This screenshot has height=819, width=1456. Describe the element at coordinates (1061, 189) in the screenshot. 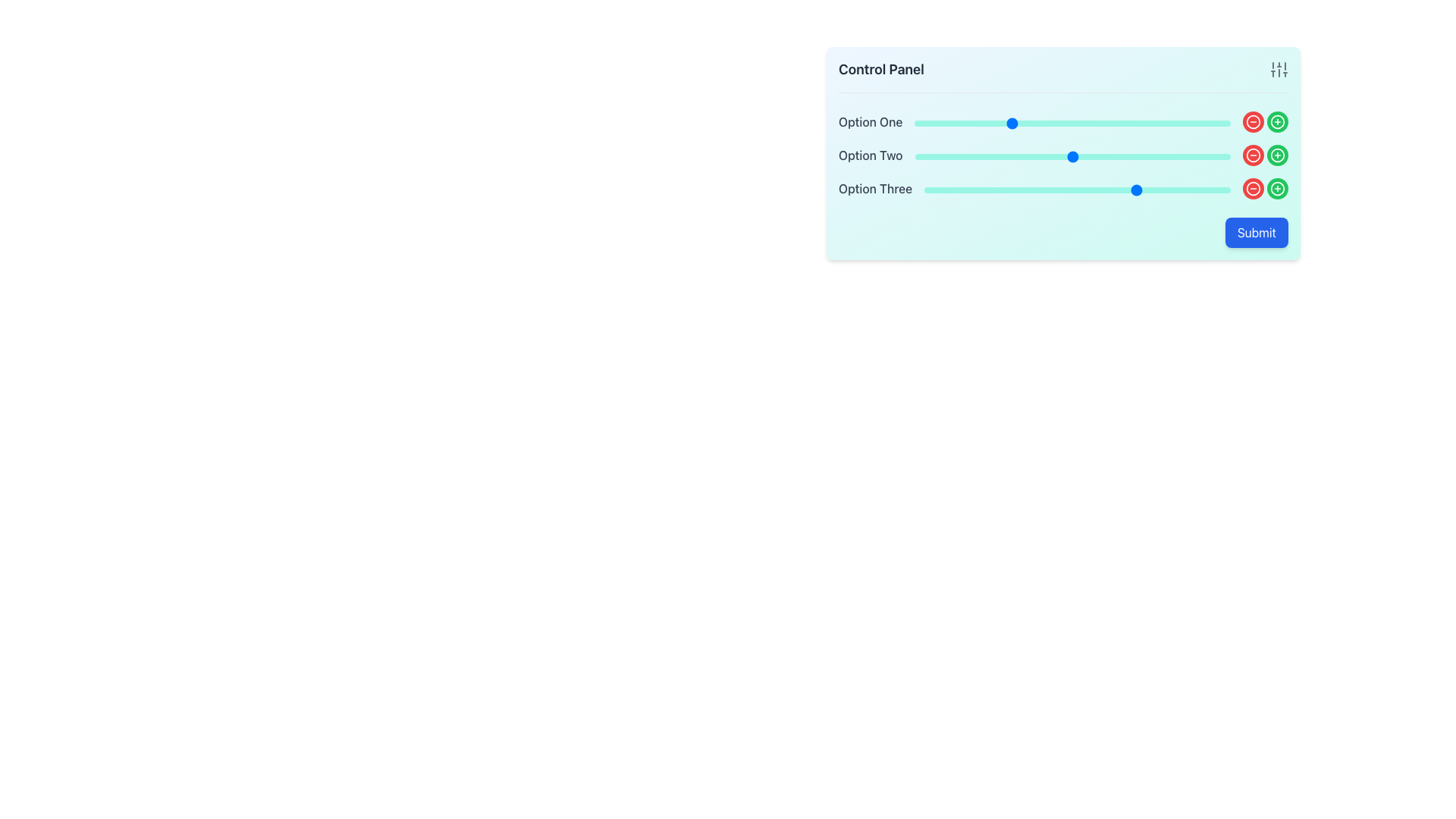

I see `the slider value` at that location.